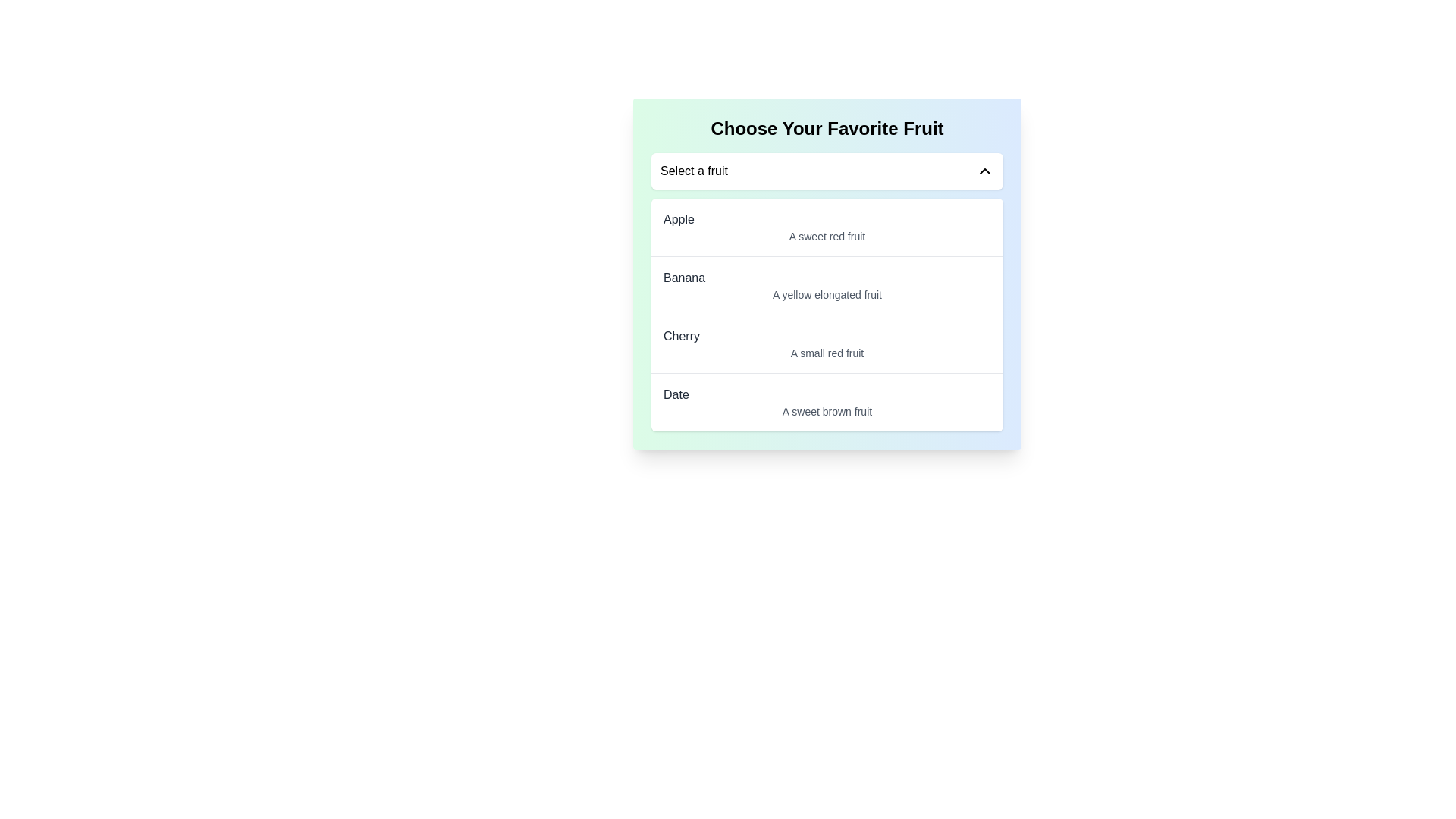 The image size is (1456, 819). I want to click on around the text area of the 'Banana' label, which is the second item in a vertical list of fruits, so click(683, 278).